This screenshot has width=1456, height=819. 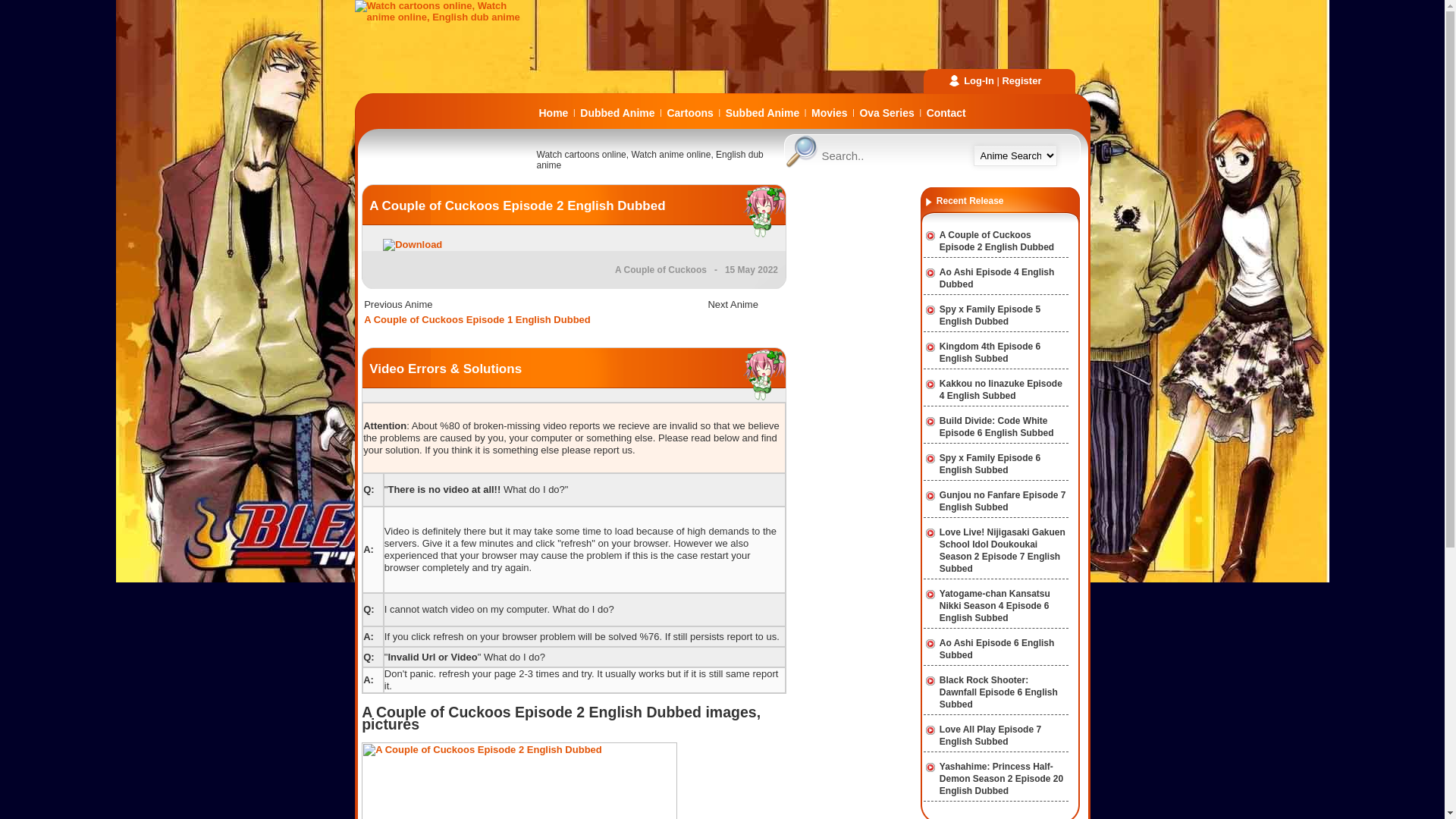 I want to click on 'Ao Ashi Episode 6 English Subbed', so click(x=938, y=648).